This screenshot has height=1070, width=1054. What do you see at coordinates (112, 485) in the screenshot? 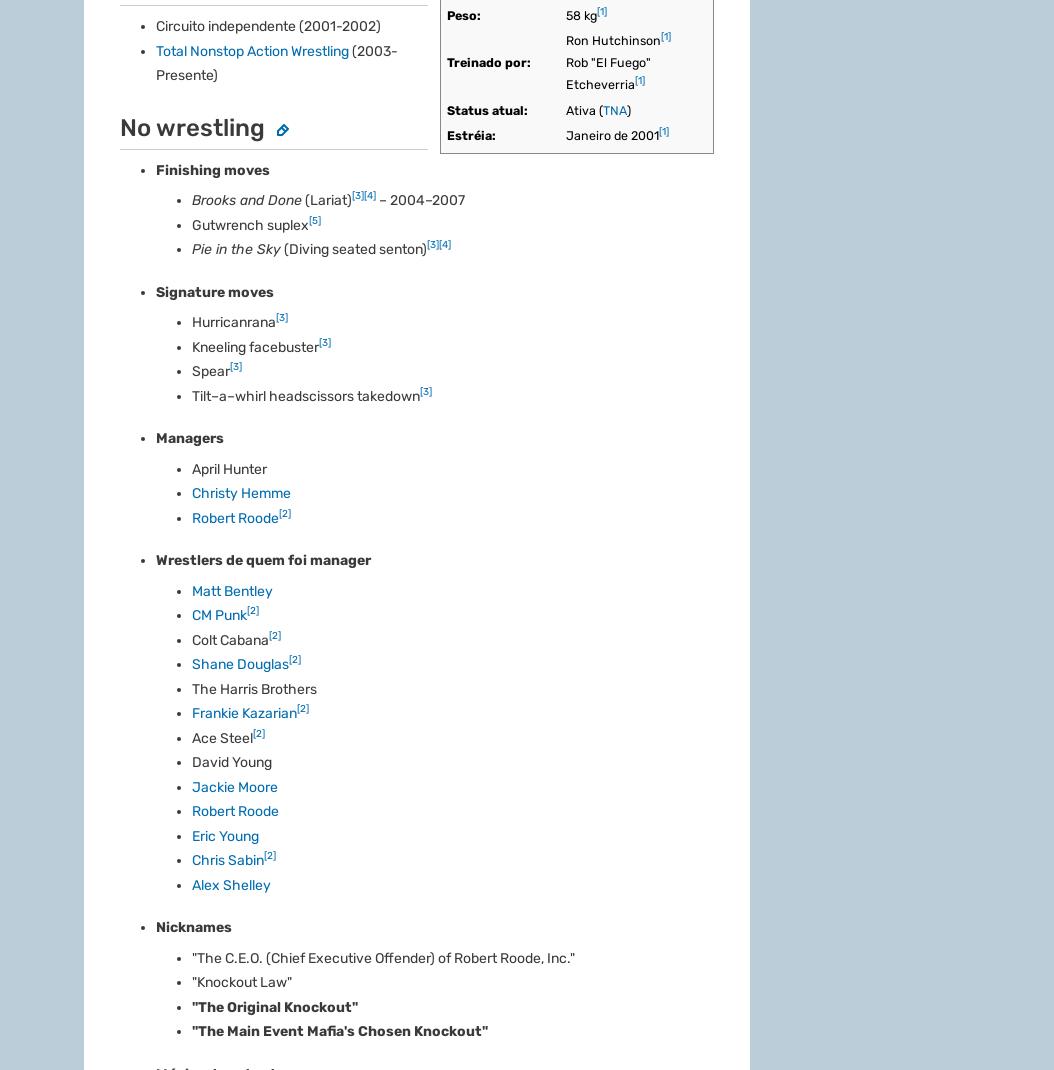
I see `'Carreiras'` at bounding box center [112, 485].